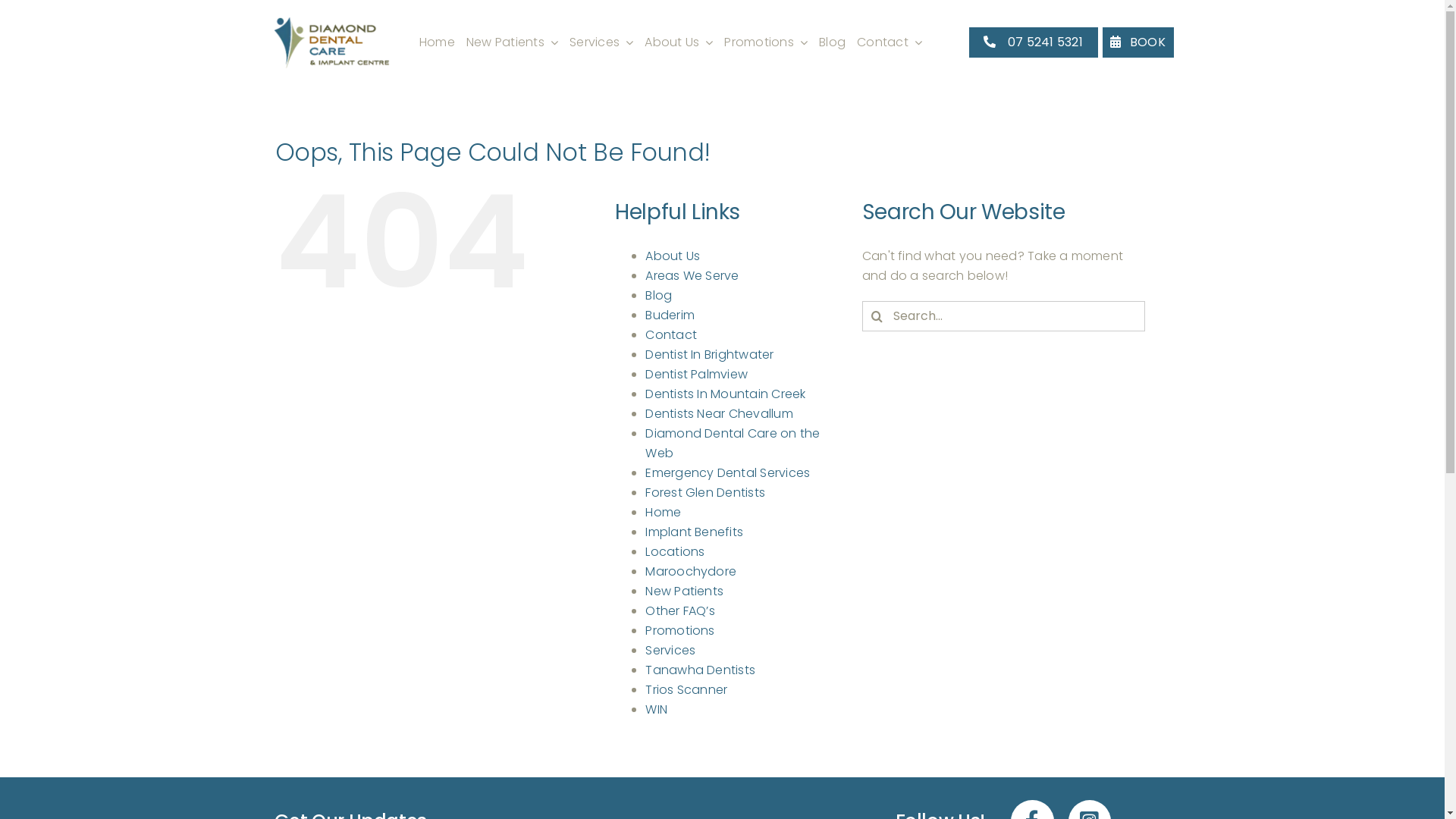 Image resolution: width=1456 pixels, height=819 pixels. What do you see at coordinates (645, 551) in the screenshot?
I see `'Locations'` at bounding box center [645, 551].